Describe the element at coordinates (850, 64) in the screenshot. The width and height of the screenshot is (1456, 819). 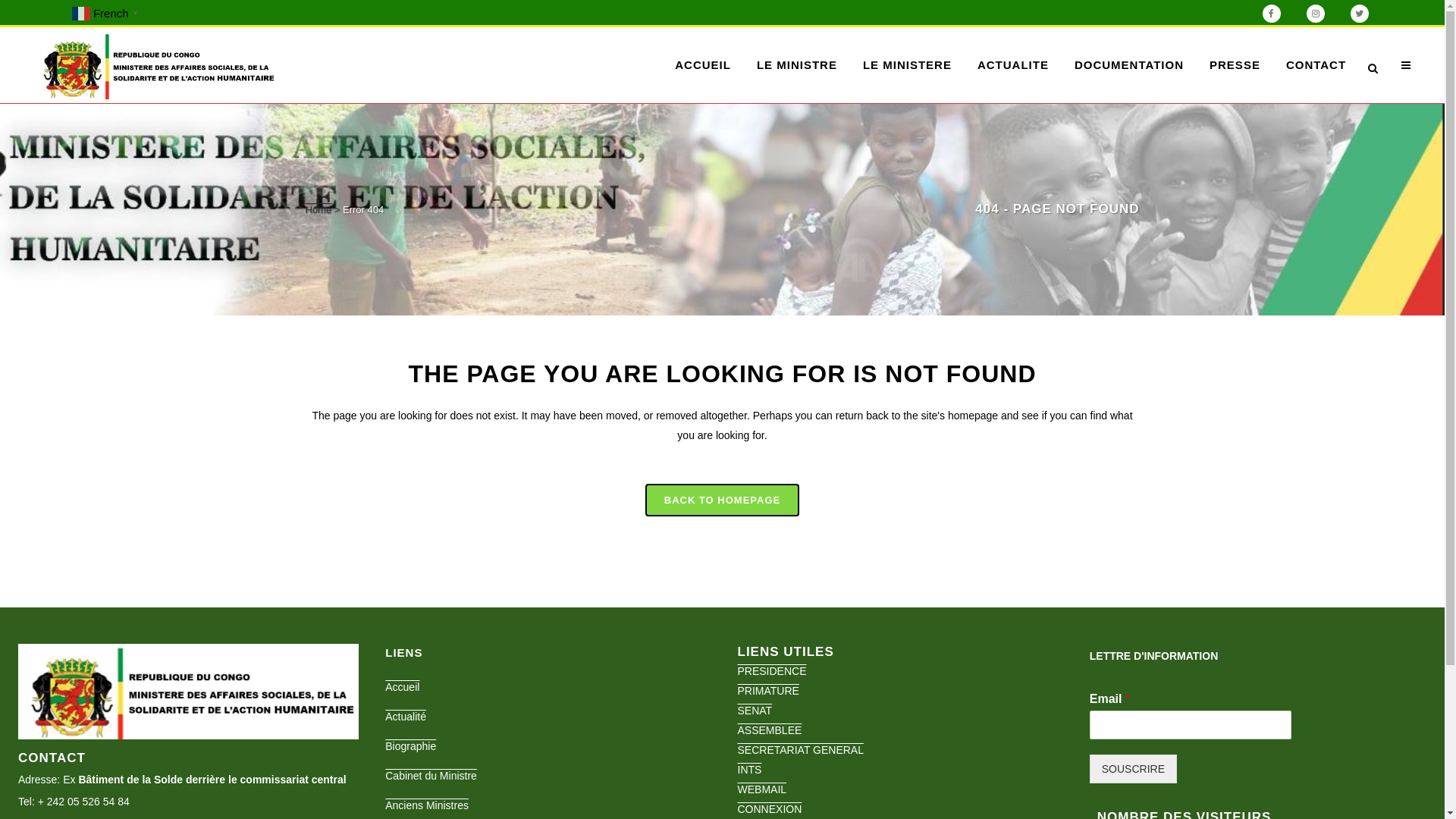
I see `'LE MINISTERE'` at that location.